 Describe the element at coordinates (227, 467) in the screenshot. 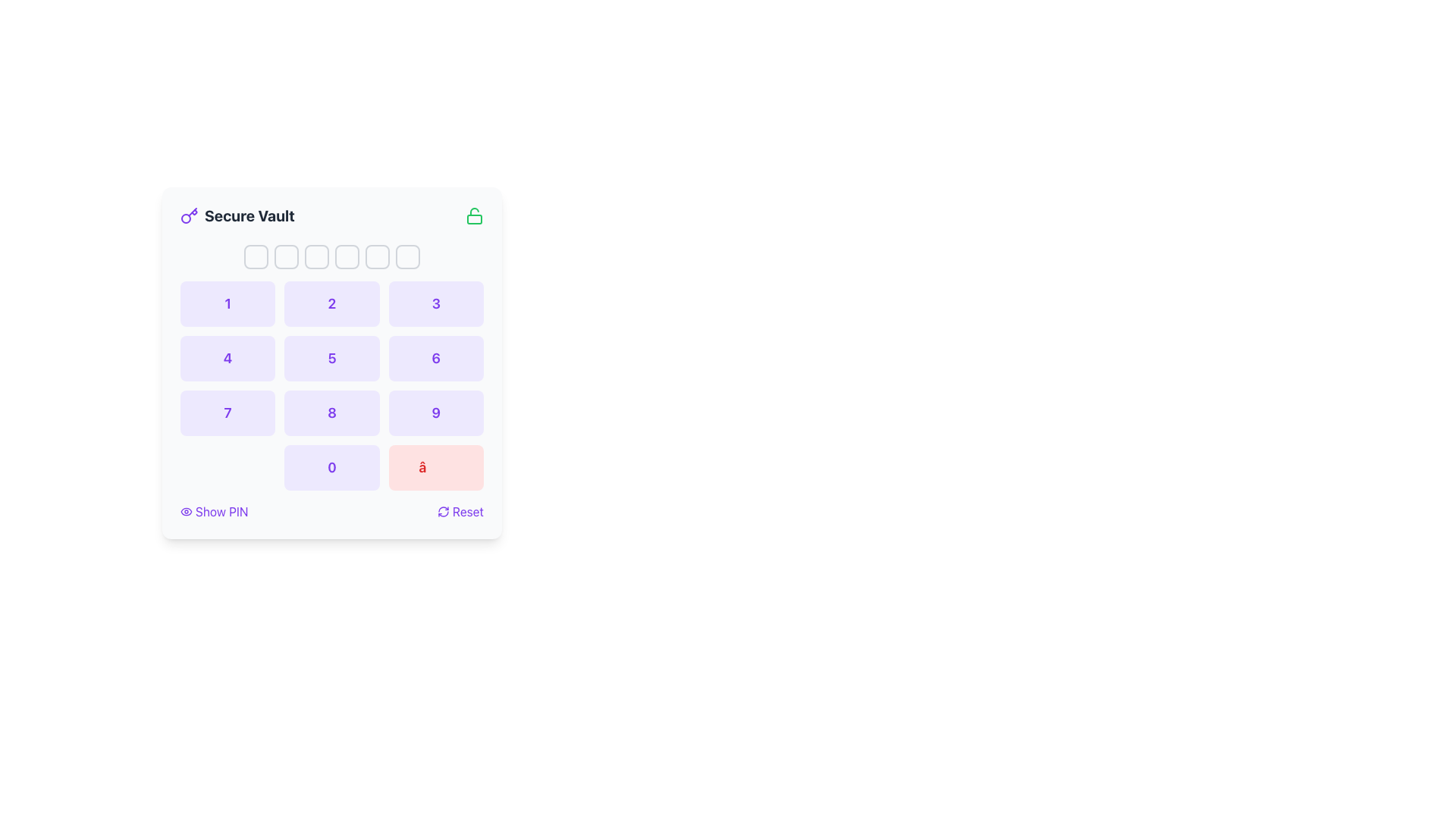

I see `the empty button in the first column of the last row of the number keypad under the 'Secure Vault' title` at that location.